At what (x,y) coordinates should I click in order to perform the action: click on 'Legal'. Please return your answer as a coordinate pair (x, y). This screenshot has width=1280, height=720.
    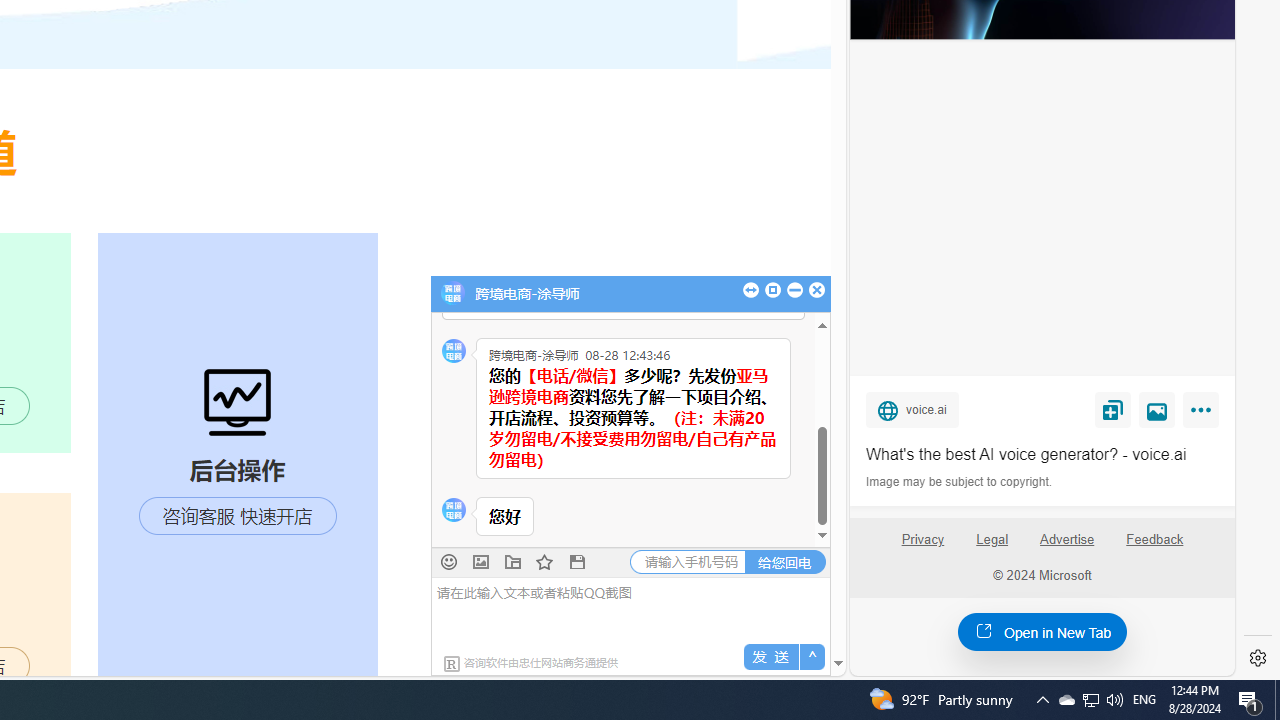
    Looking at the image, I should click on (992, 538).